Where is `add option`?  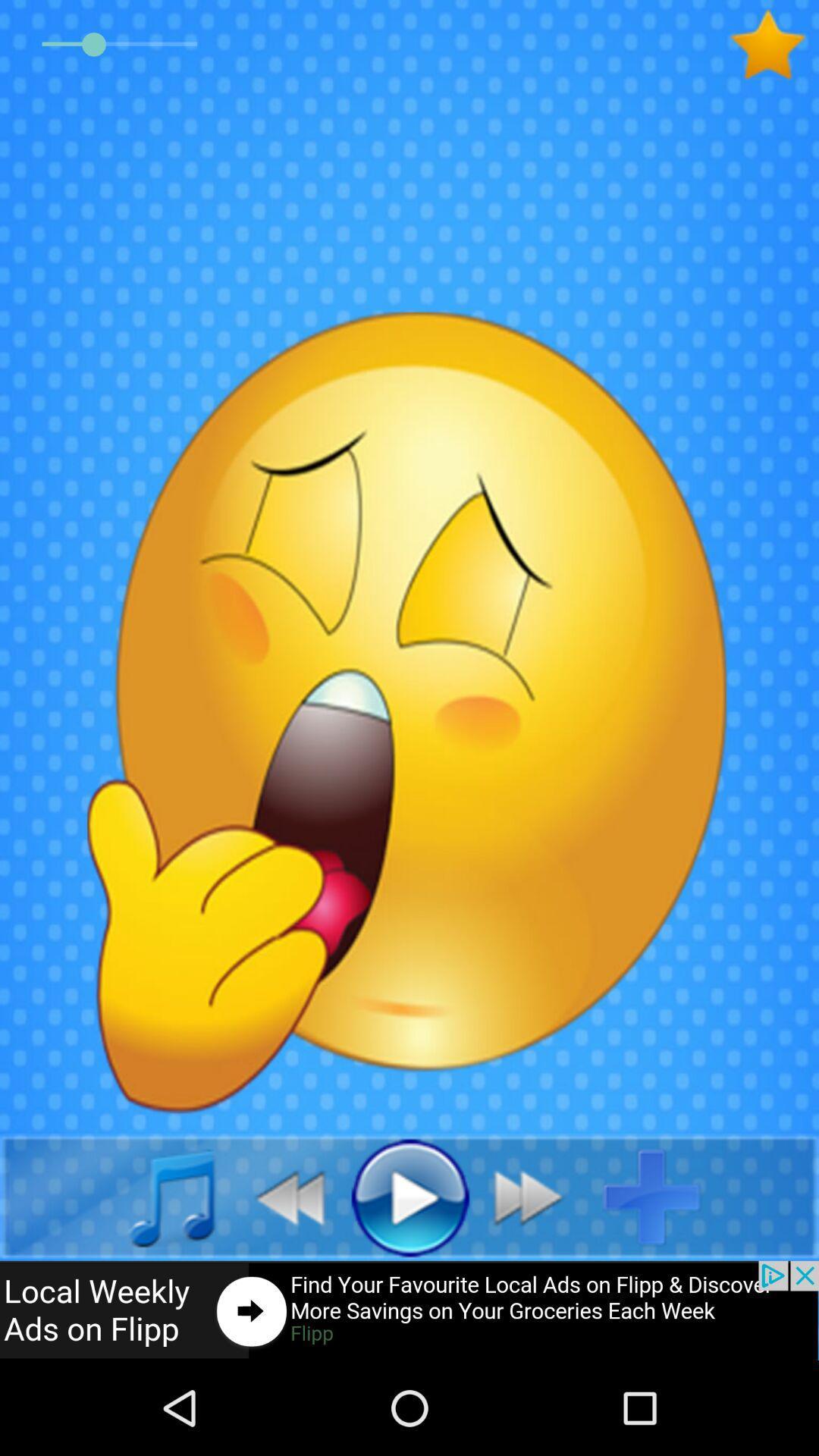
add option is located at coordinates (663, 1196).